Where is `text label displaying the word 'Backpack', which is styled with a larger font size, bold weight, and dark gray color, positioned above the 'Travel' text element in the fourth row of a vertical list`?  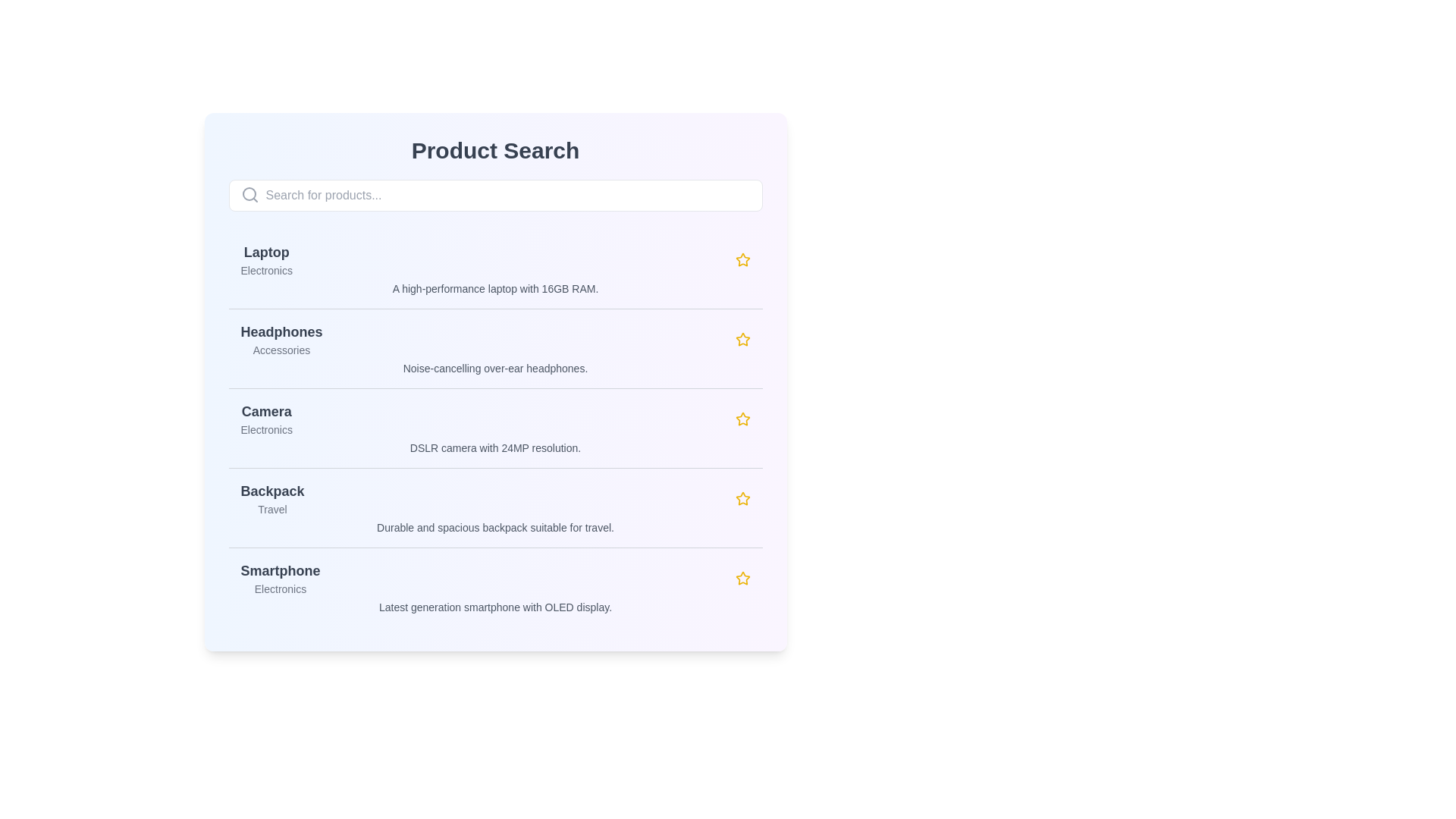
text label displaying the word 'Backpack', which is styled with a larger font size, bold weight, and dark gray color, positioned above the 'Travel' text element in the fourth row of a vertical list is located at coordinates (272, 491).